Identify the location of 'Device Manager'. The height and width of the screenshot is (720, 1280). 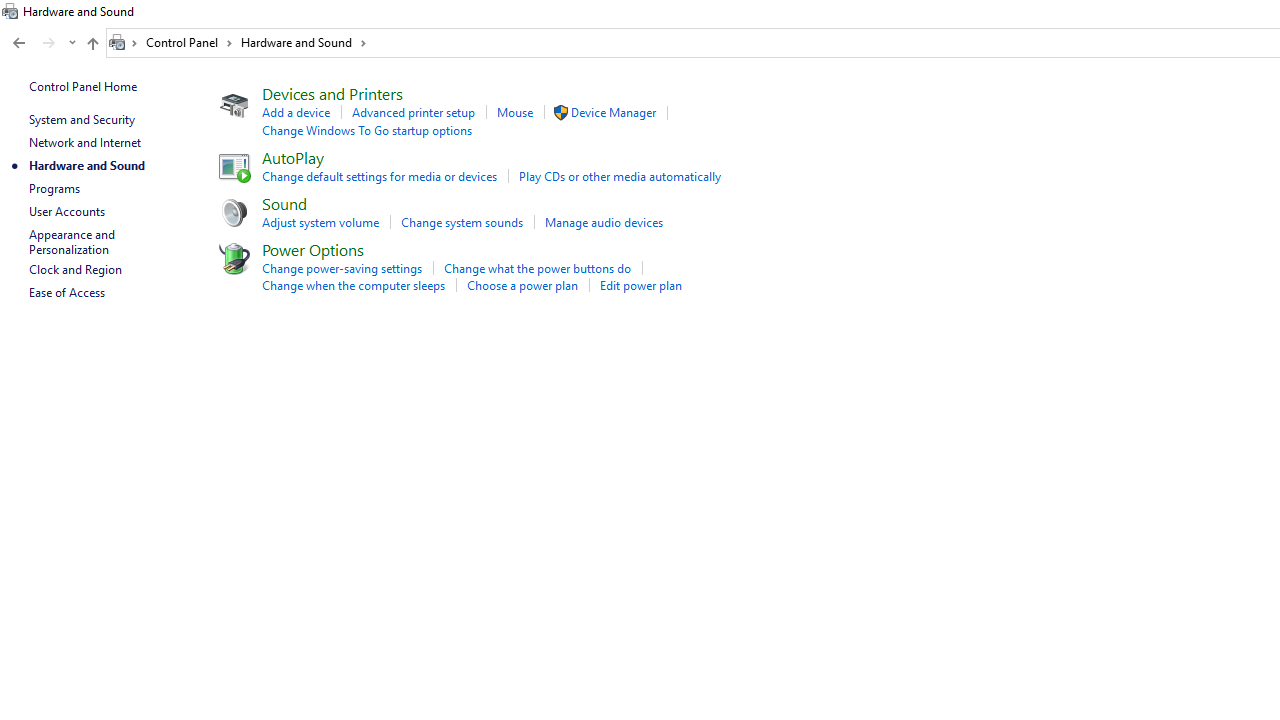
(612, 112).